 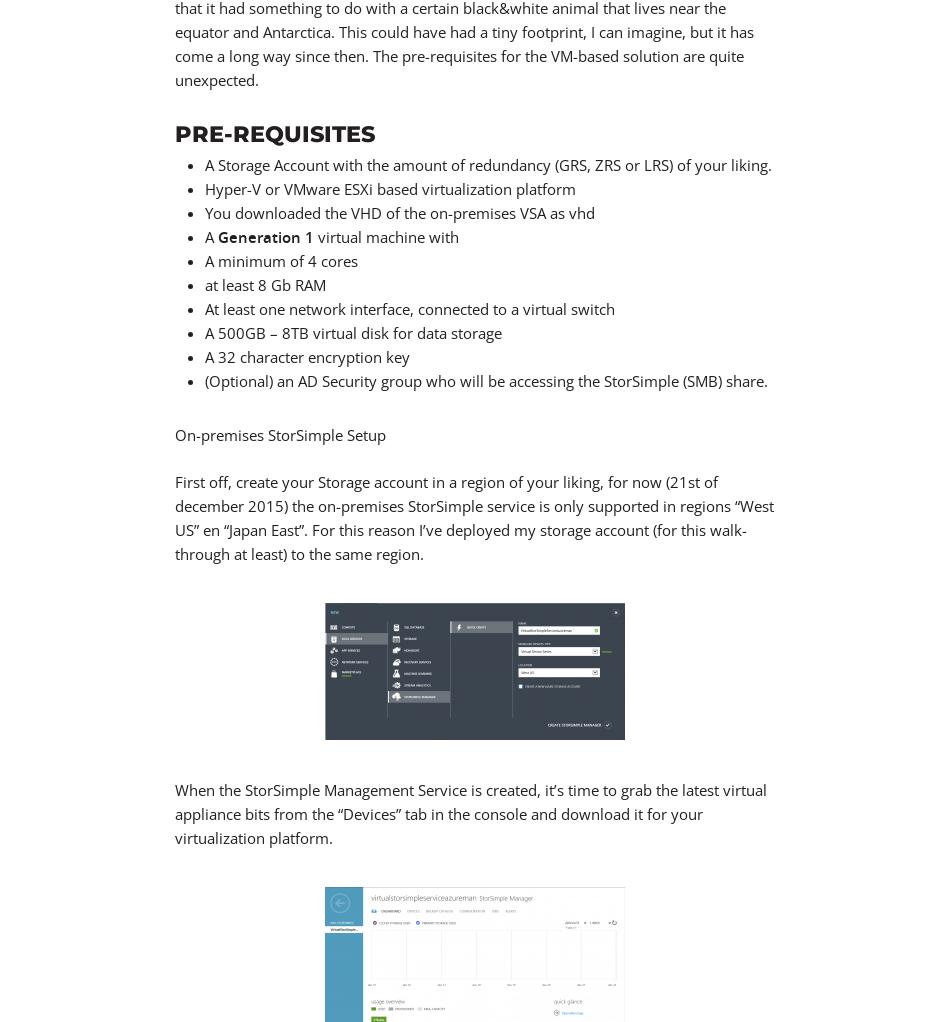 I want to click on 'When the StorSimple Management Service is created, it’s time to grab the latest virtual appliance bits from the “Devices” tab in the console and download it for your virtualization platform.', so click(x=470, y=812).